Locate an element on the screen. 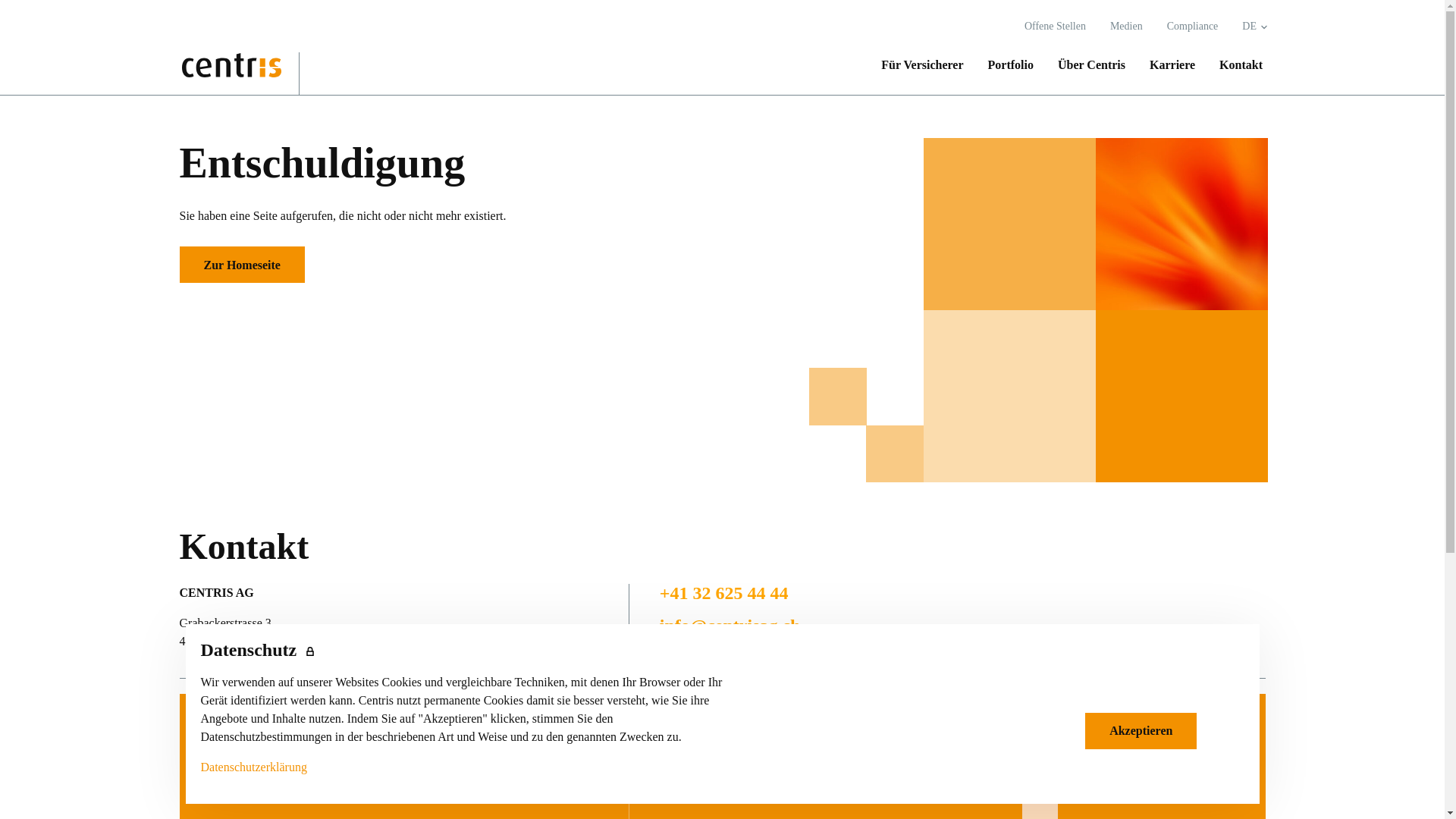  '+41 32 625 44 44' is located at coordinates (723, 592).